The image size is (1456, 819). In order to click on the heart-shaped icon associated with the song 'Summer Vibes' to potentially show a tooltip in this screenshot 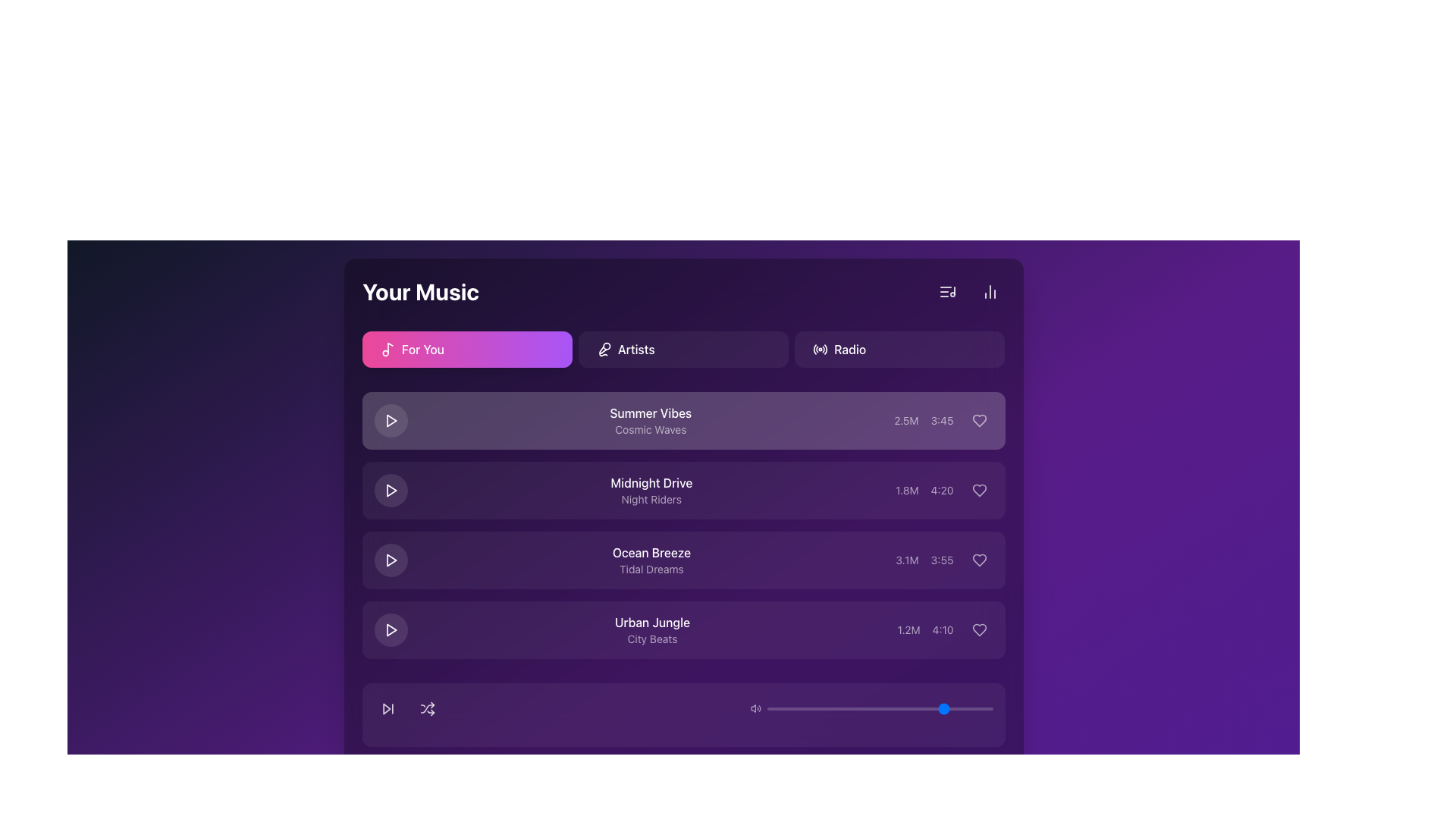, I will do `click(979, 421)`.